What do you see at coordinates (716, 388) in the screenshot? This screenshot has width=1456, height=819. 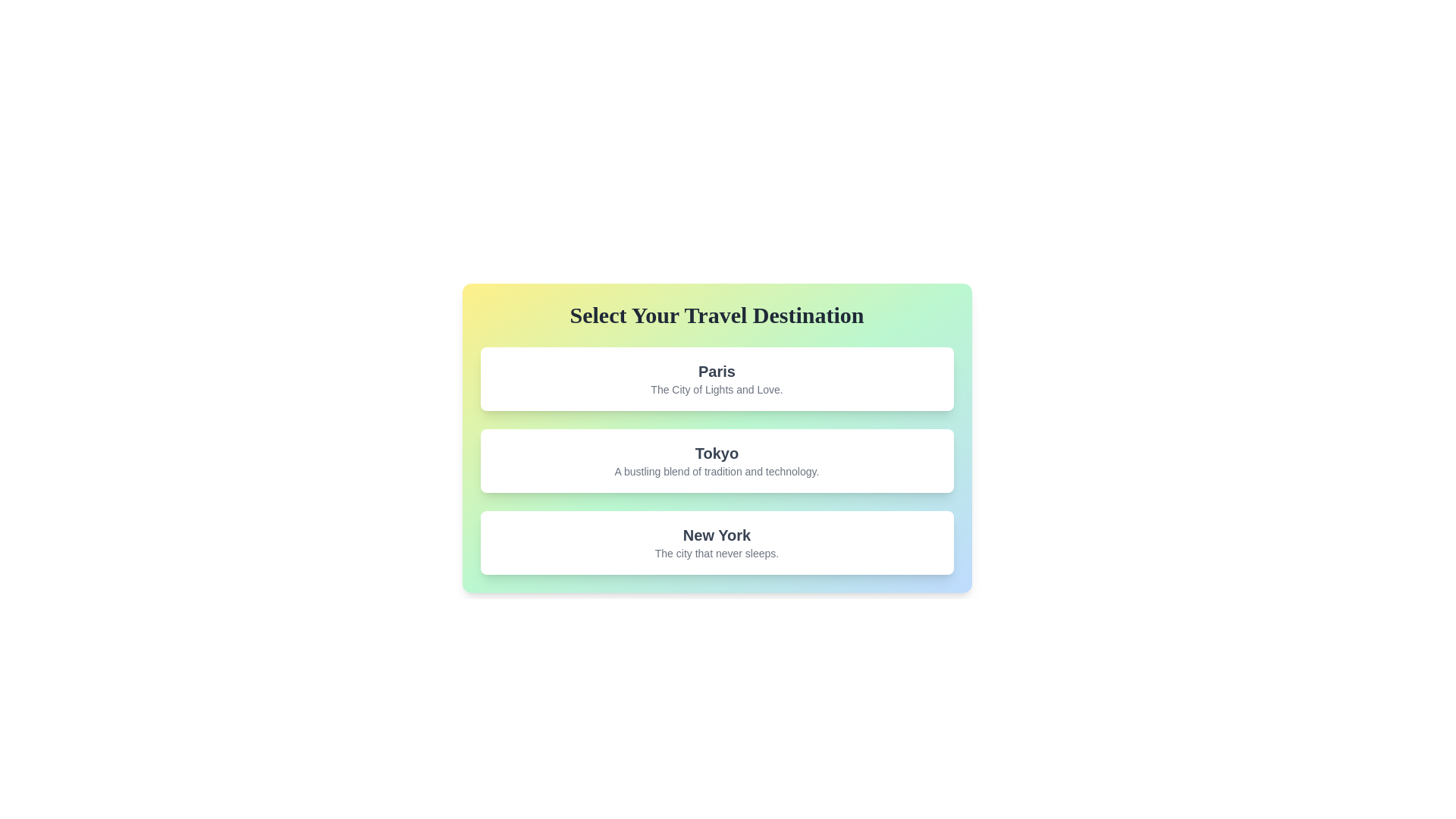 I see `the text label displaying 'The City of Lights and Love.' located beneath the bold title 'Paris'` at bounding box center [716, 388].